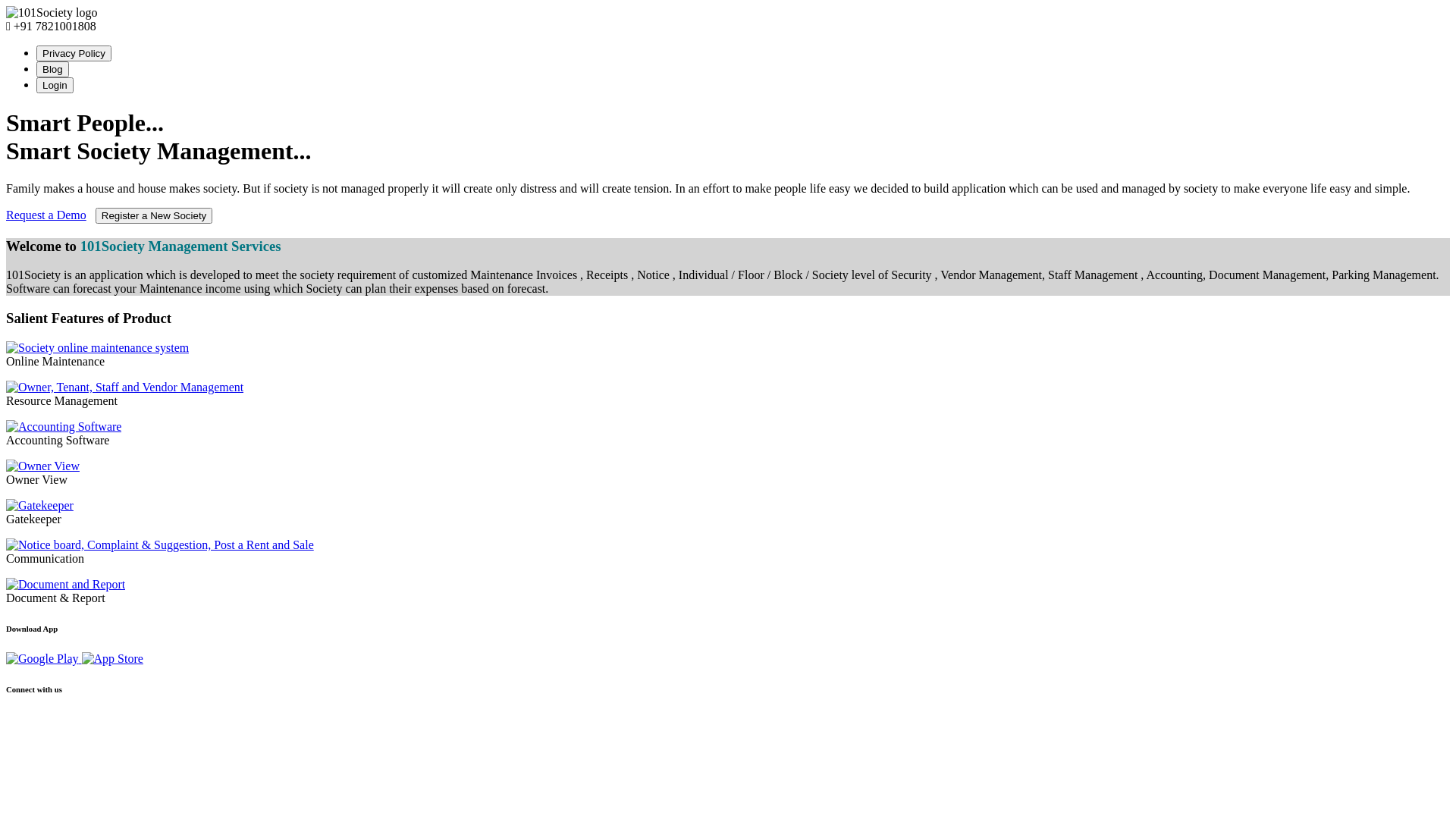  What do you see at coordinates (36, 85) in the screenshot?
I see `'Login'` at bounding box center [36, 85].